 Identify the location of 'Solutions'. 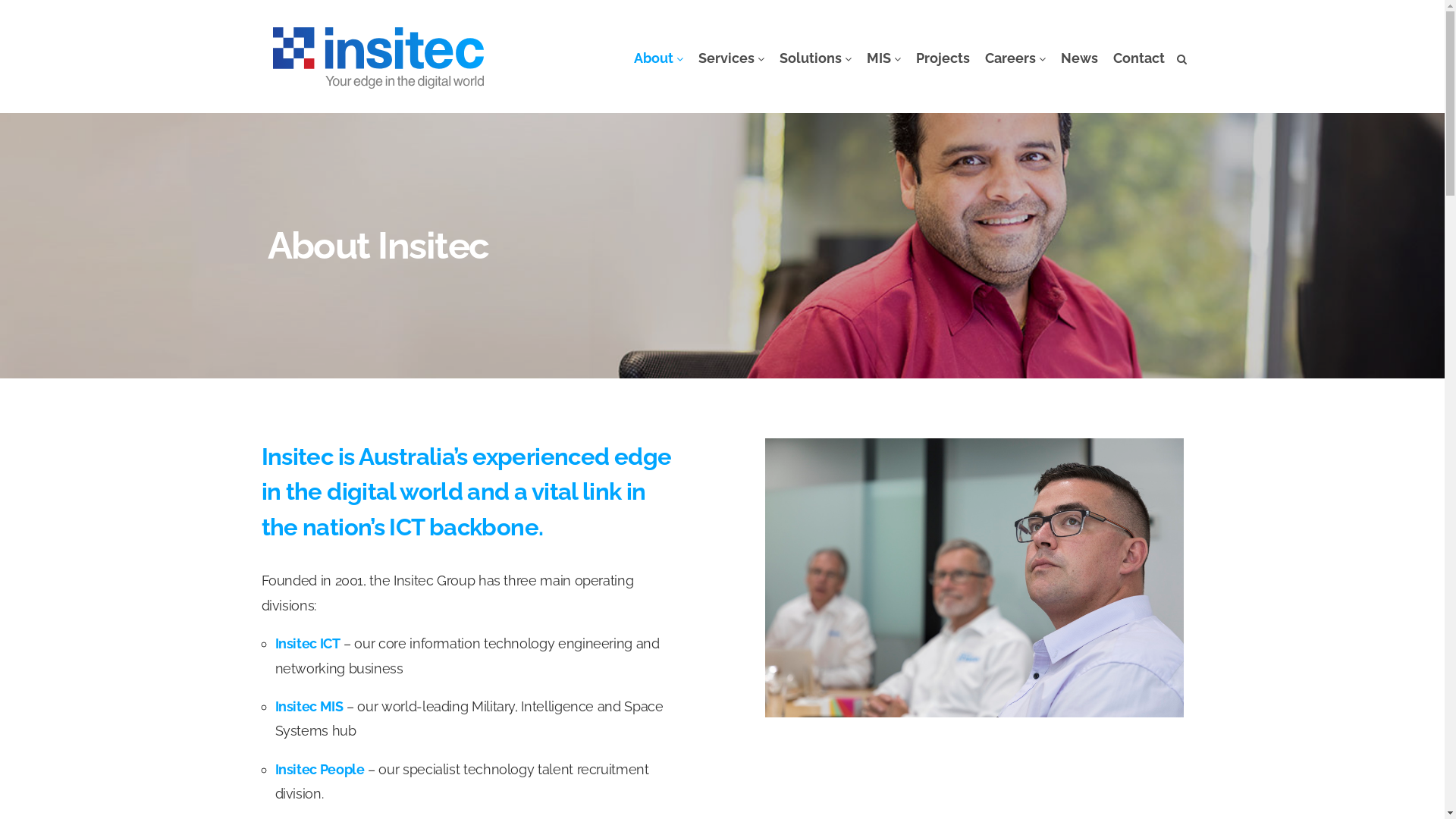
(773, 58).